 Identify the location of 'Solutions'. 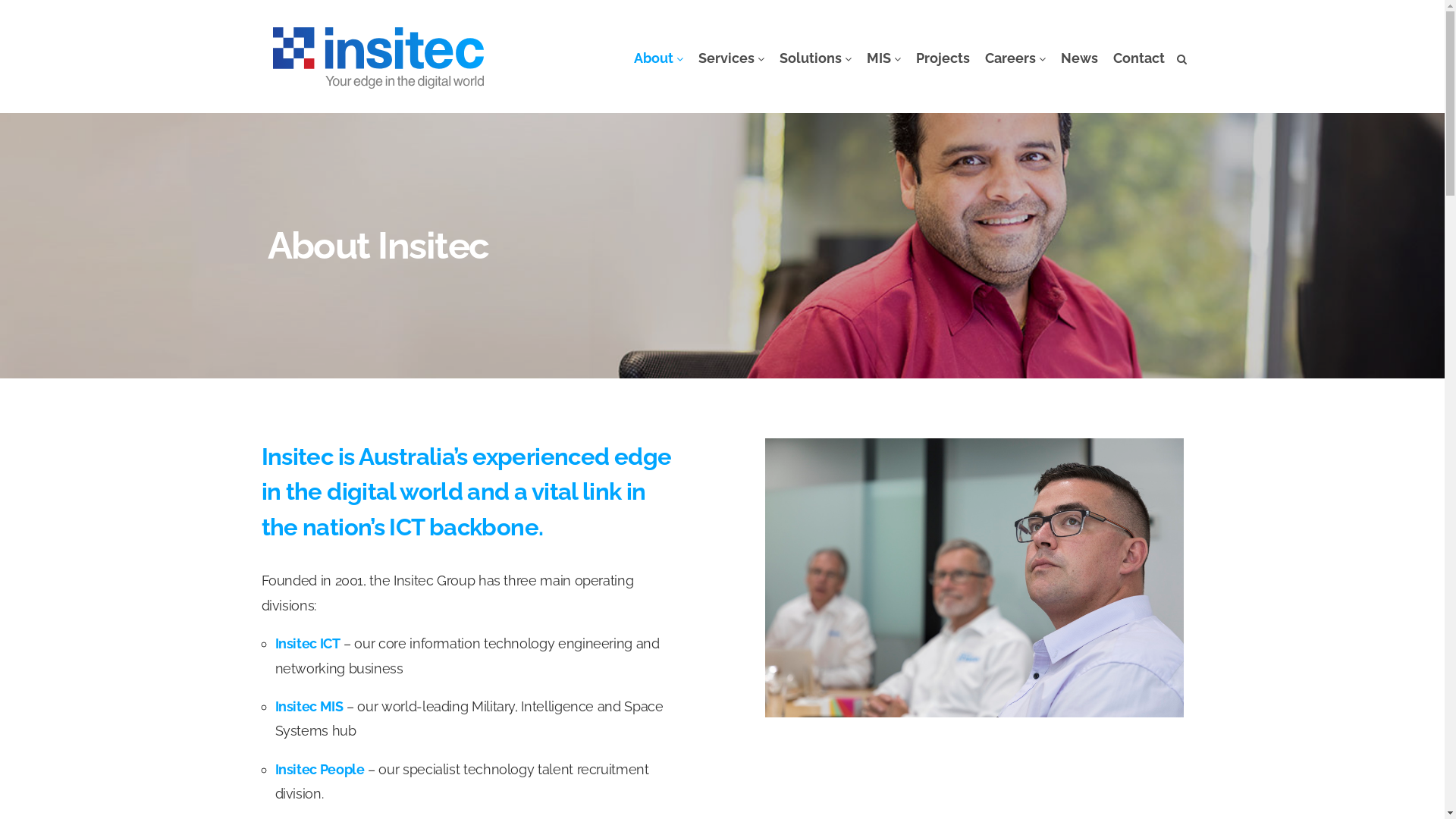
(773, 58).